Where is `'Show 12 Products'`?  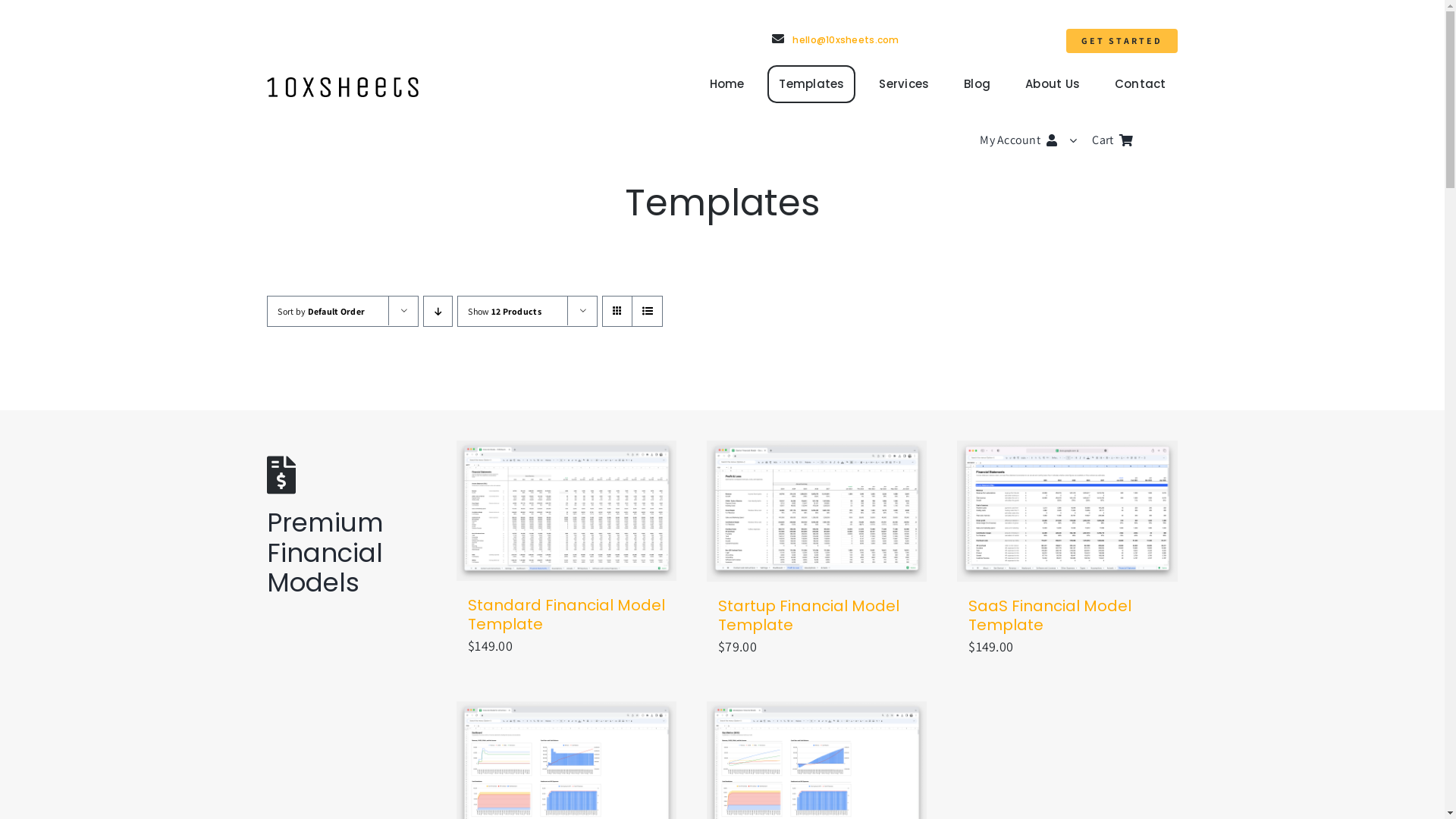 'Show 12 Products' is located at coordinates (504, 310).